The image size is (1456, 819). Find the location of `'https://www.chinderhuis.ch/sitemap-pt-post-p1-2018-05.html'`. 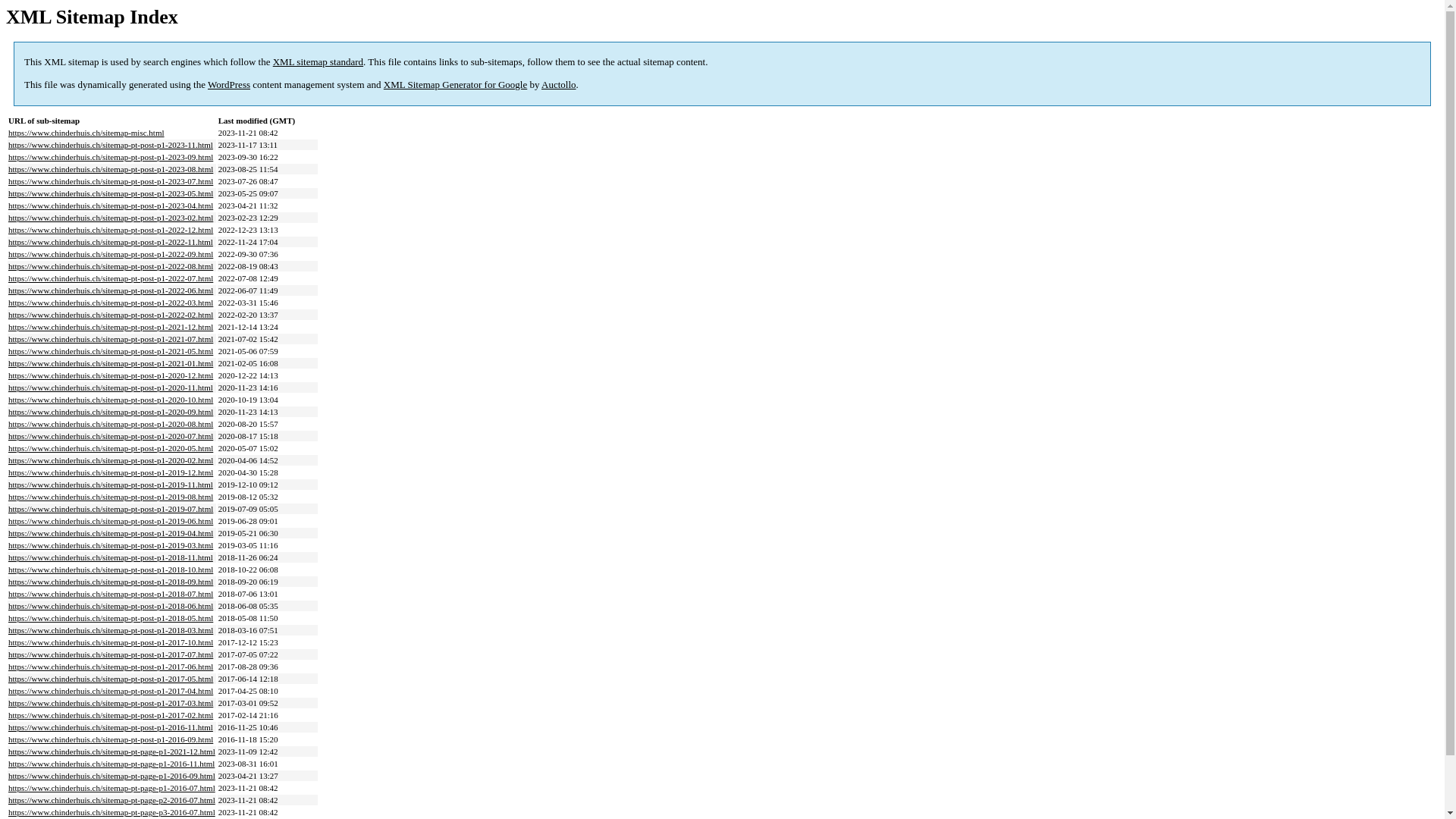

'https://www.chinderhuis.ch/sitemap-pt-post-p1-2018-05.html' is located at coordinates (109, 617).